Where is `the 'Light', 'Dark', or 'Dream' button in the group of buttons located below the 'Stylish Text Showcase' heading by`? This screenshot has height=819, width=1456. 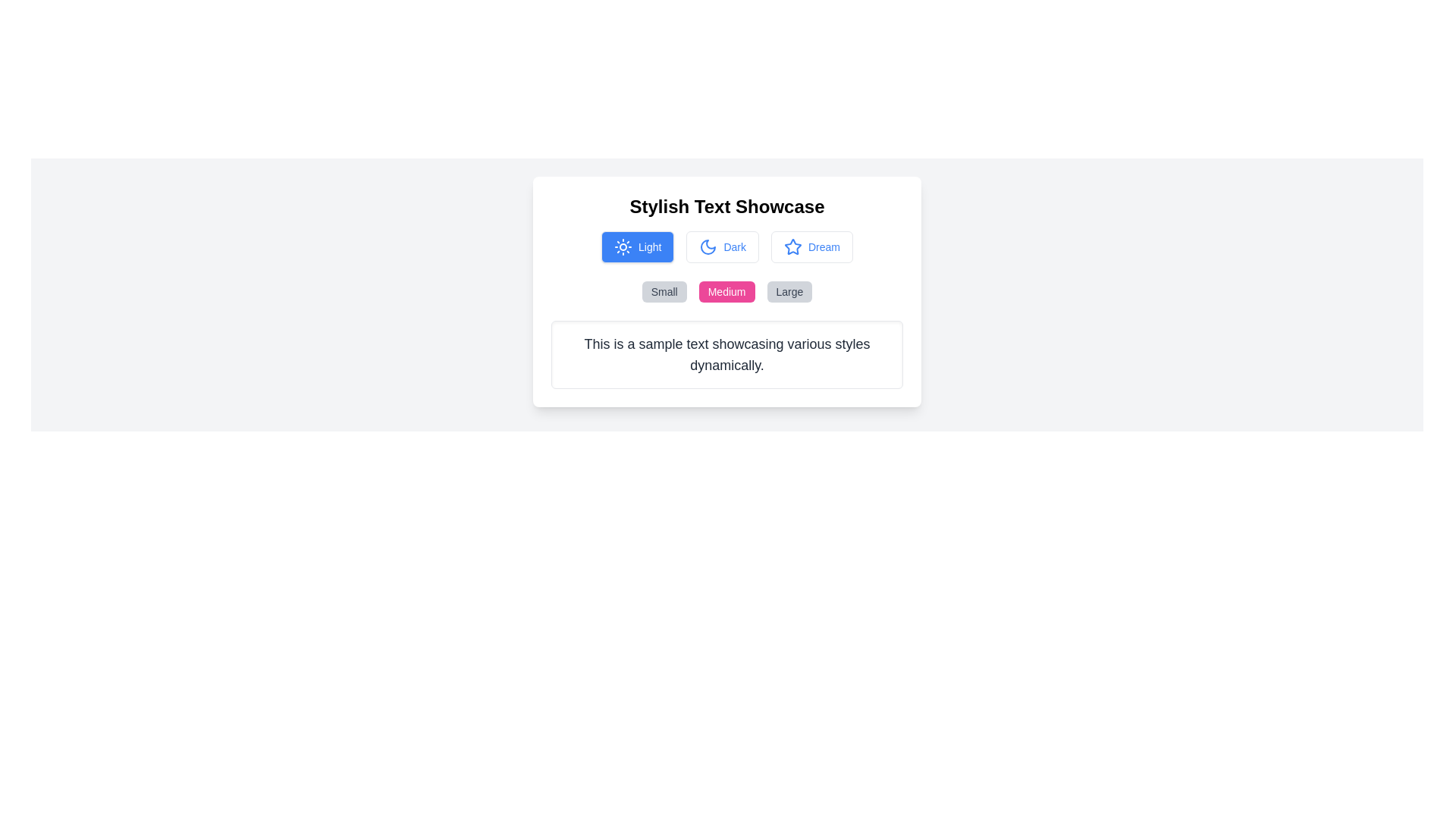
the 'Light', 'Dark', or 'Dream' button in the group of buttons located below the 'Stylish Text Showcase' heading by is located at coordinates (726, 246).